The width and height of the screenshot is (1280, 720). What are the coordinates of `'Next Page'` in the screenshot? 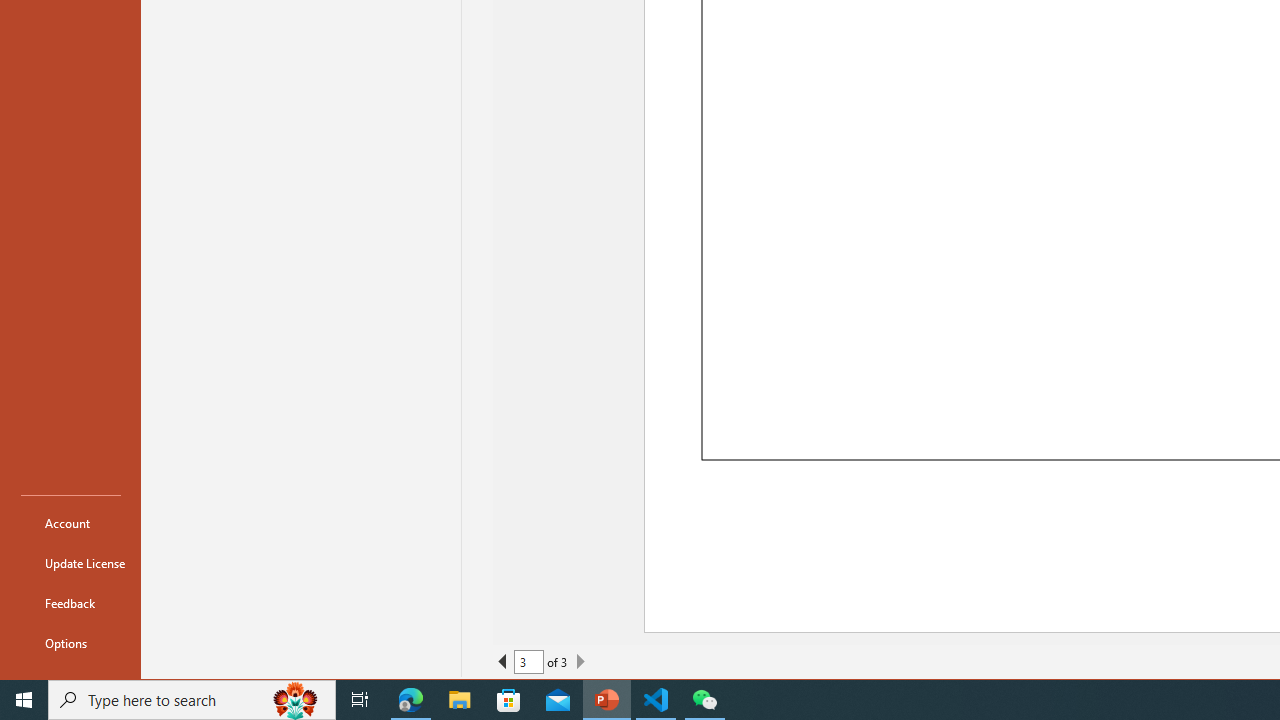 It's located at (579, 662).